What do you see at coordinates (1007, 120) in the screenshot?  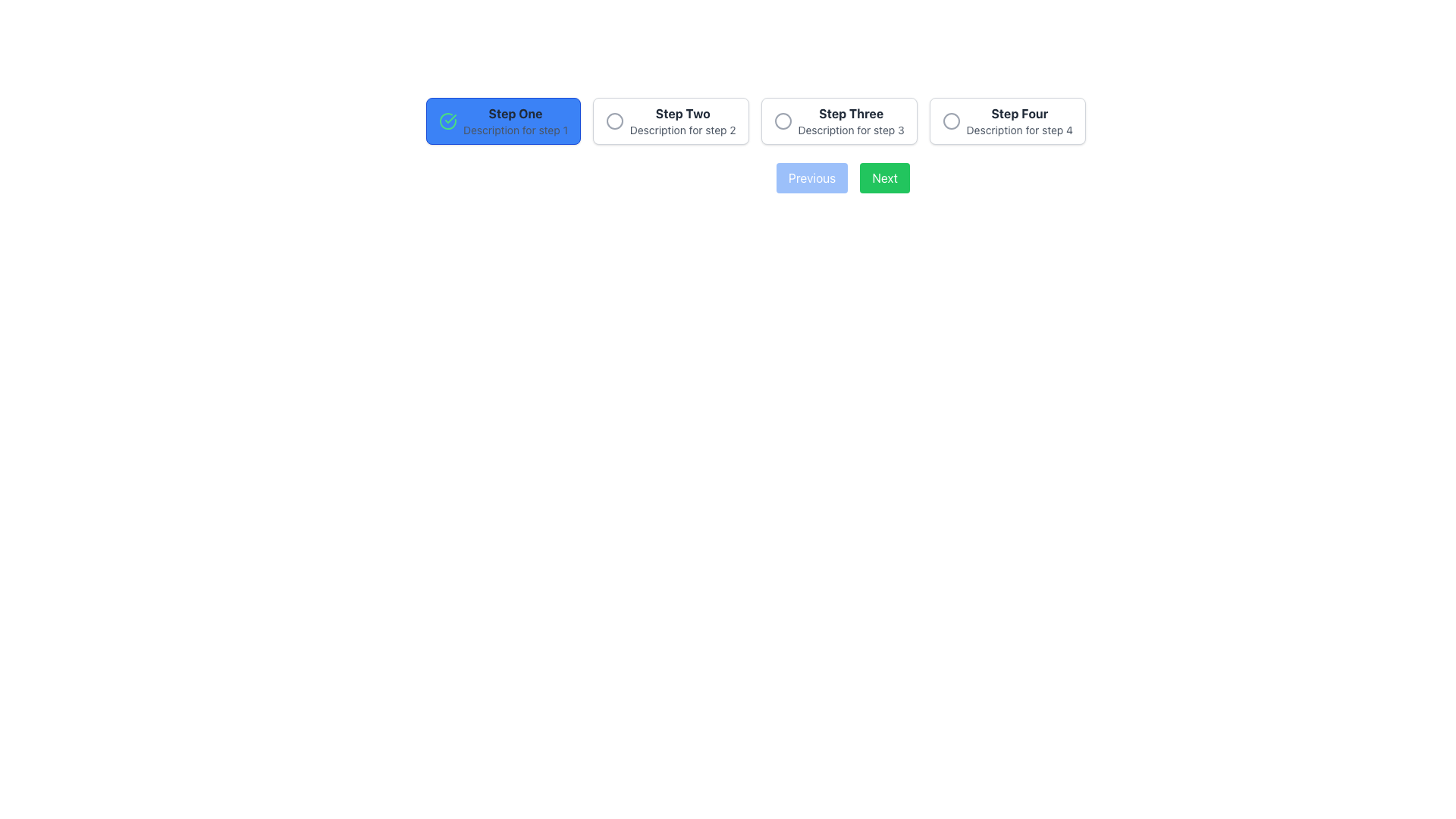 I see `the fourth radio button in the 'flex gap-4' group` at bounding box center [1007, 120].